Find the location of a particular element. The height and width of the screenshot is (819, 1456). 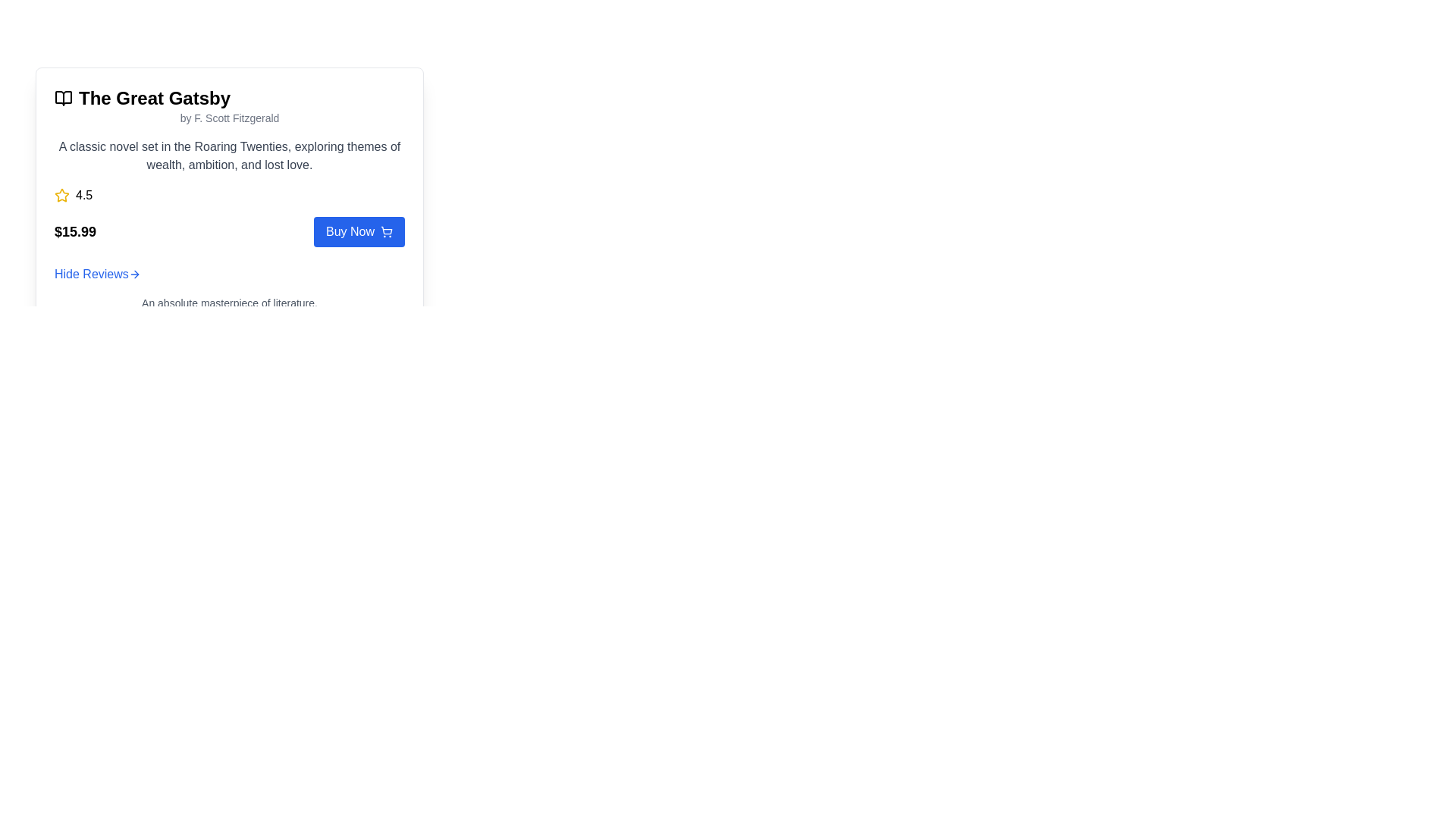

the chevron arrow icon to the right, which indicates a forward navigation action is located at coordinates (136, 275).